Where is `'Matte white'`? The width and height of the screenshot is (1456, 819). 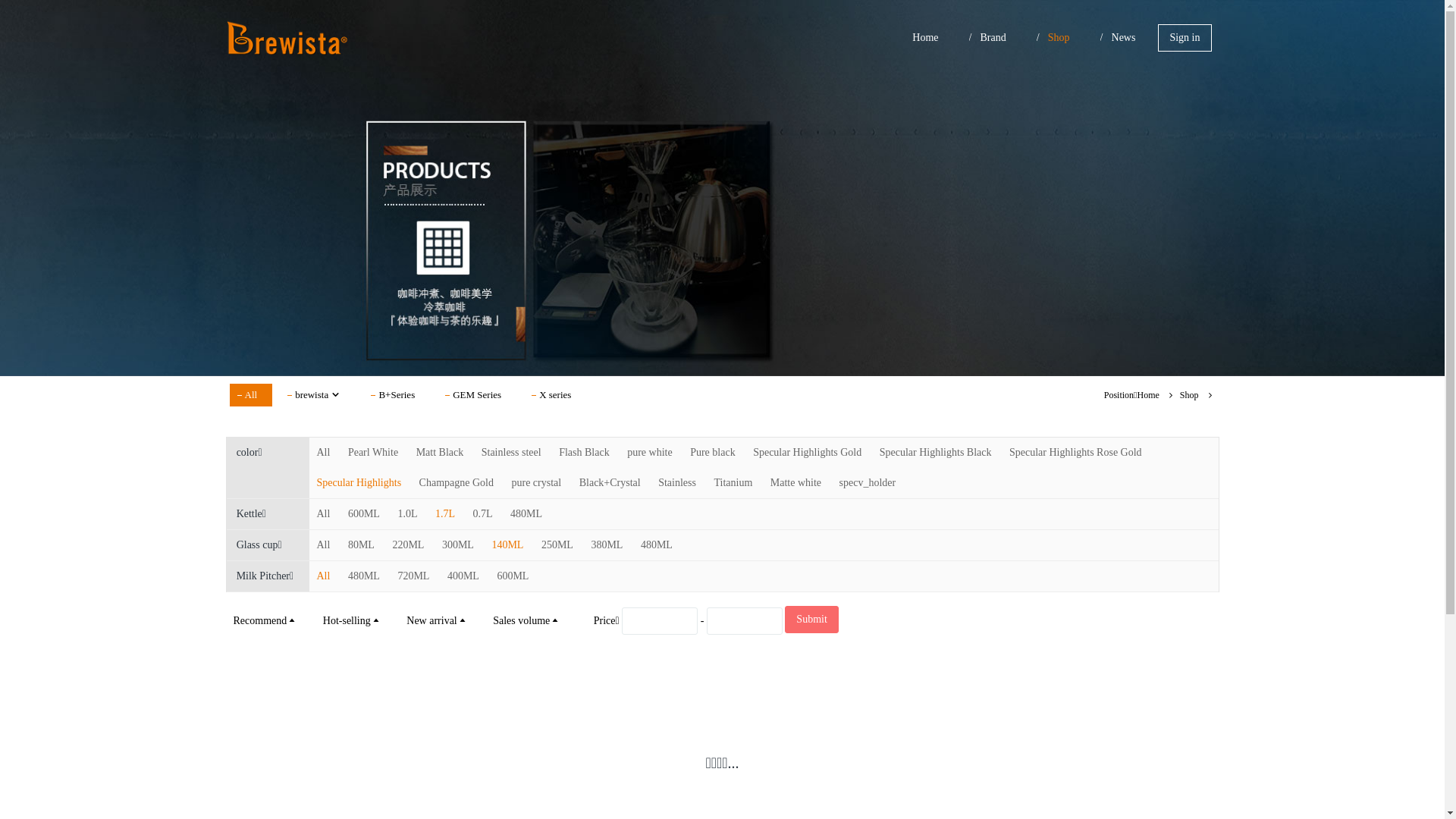
'Matte white' is located at coordinates (795, 482).